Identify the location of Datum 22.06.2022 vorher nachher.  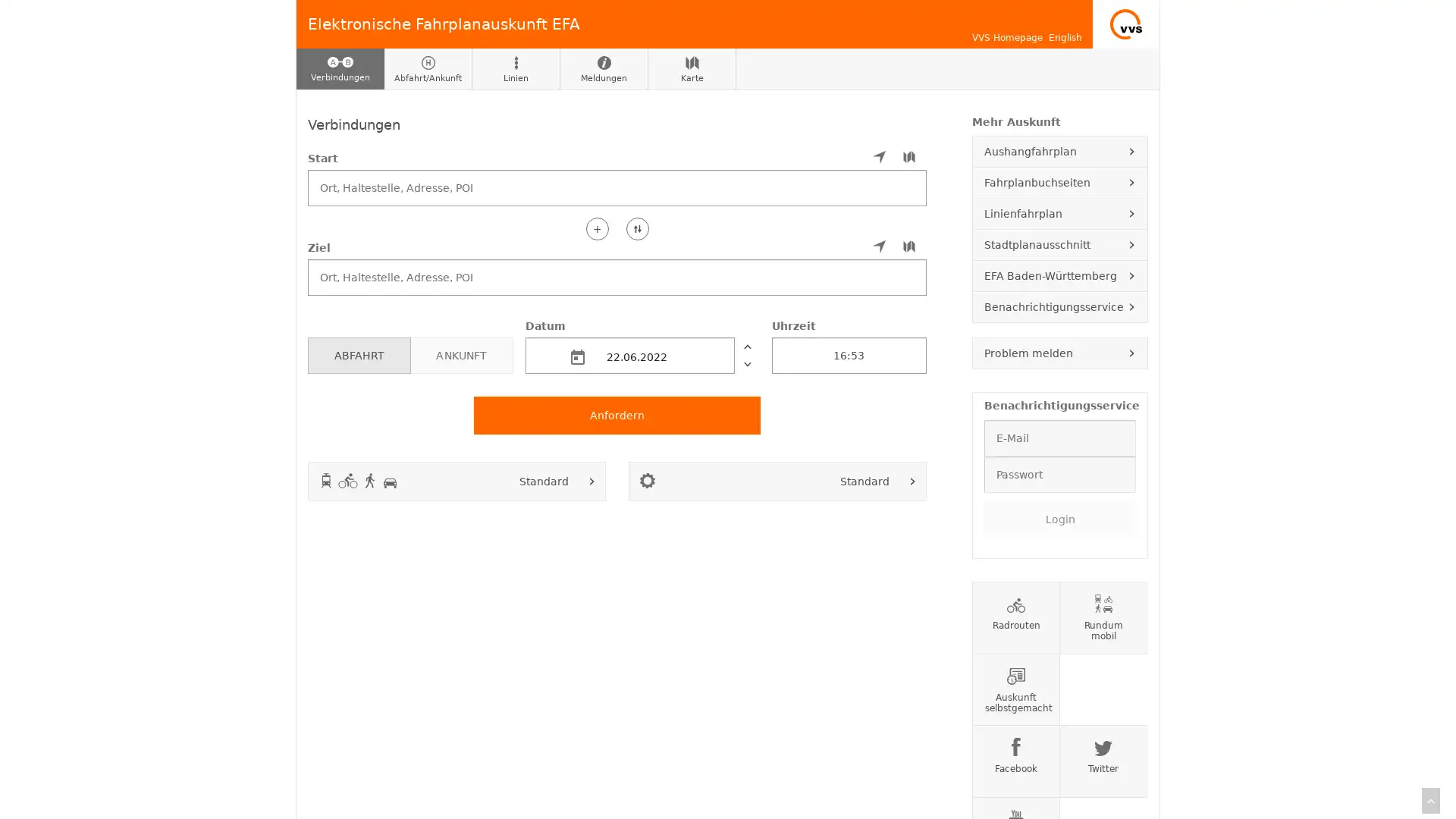
(642, 345).